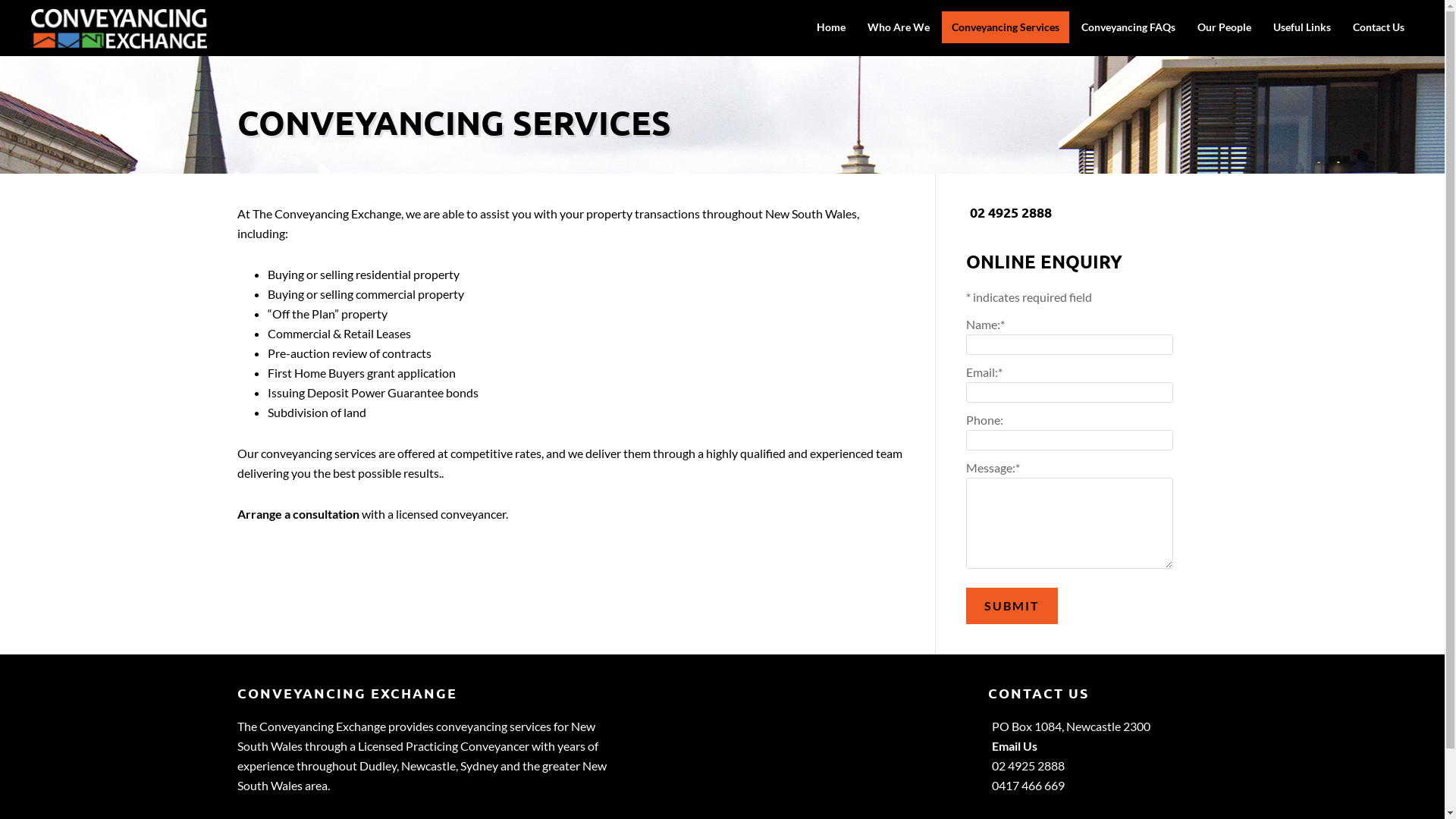  What do you see at coordinates (806, 27) in the screenshot?
I see `'Home'` at bounding box center [806, 27].